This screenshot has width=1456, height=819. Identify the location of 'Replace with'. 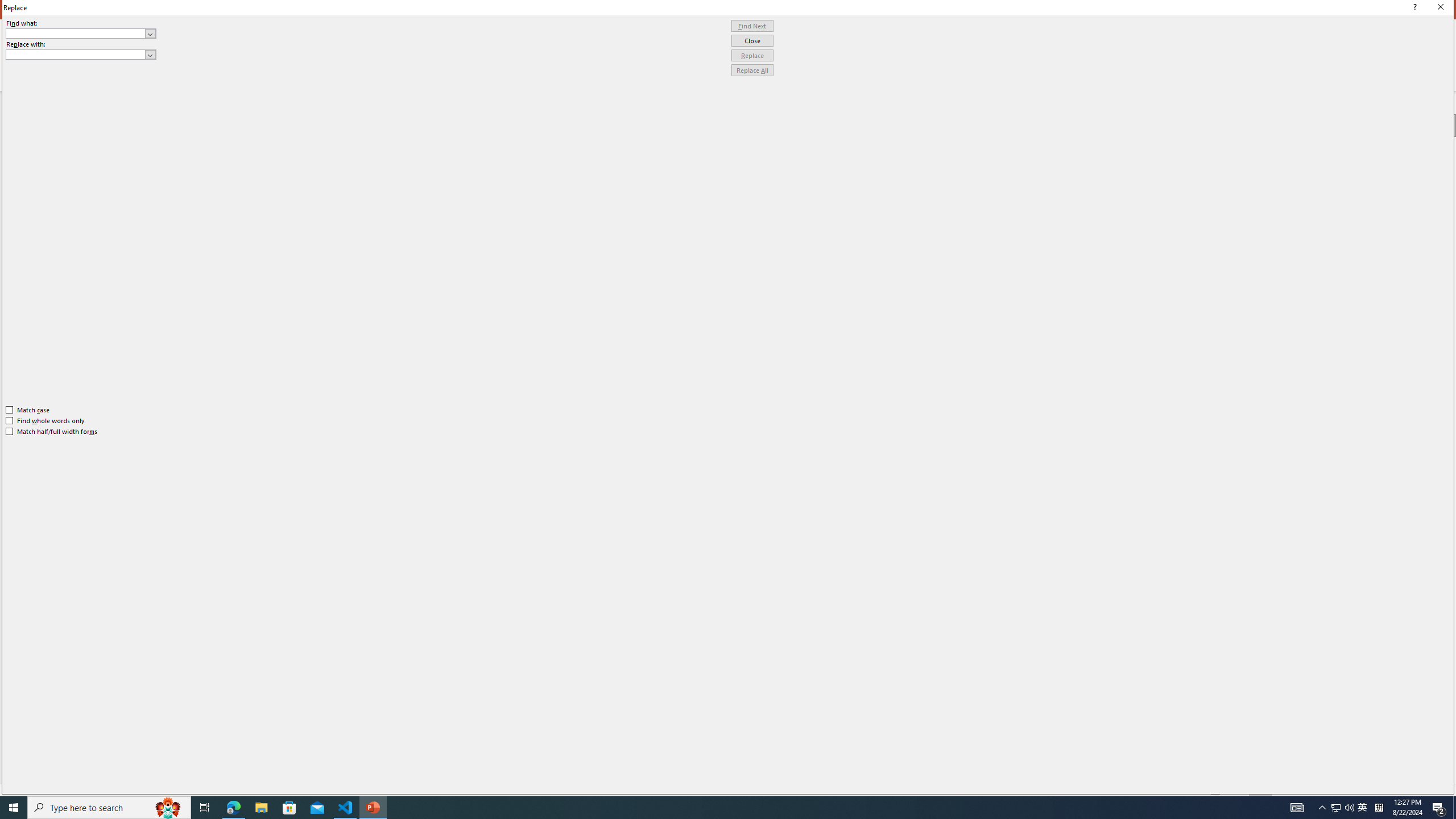
(76, 54).